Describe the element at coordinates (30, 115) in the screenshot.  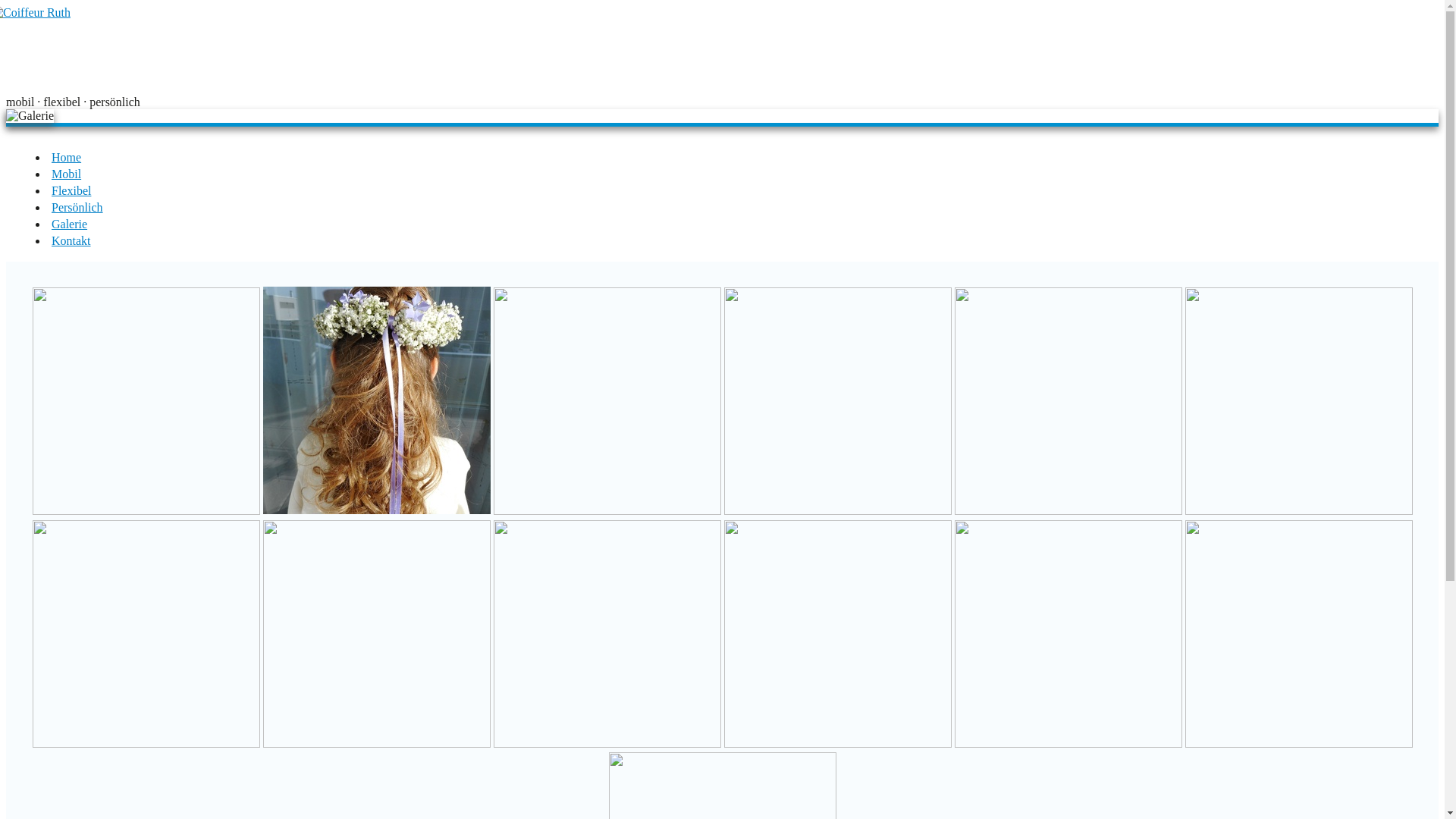
I see `'Galerie'` at that location.